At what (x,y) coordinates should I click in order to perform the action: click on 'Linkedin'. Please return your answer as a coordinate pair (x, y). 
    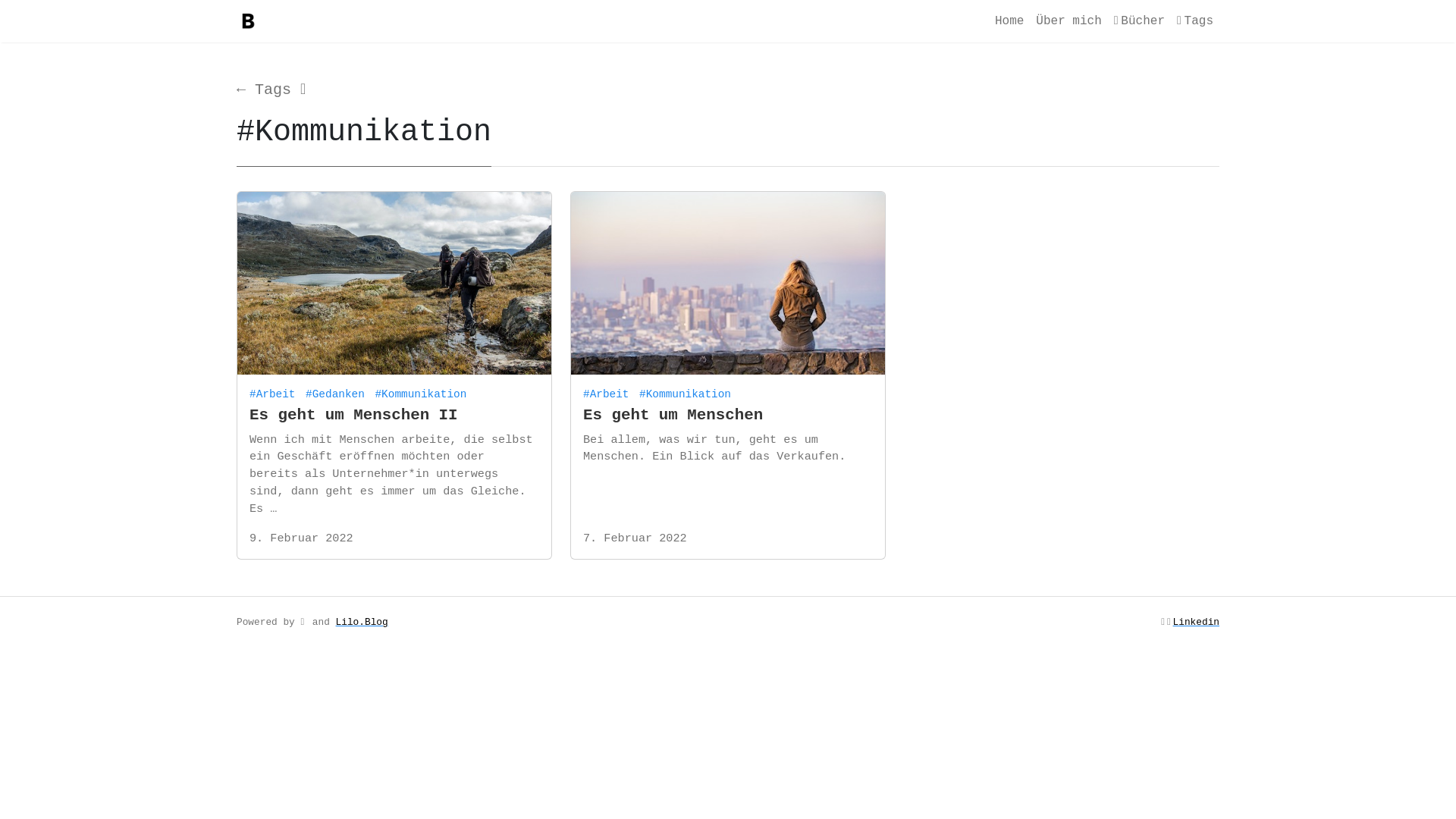
    Looking at the image, I should click on (1195, 622).